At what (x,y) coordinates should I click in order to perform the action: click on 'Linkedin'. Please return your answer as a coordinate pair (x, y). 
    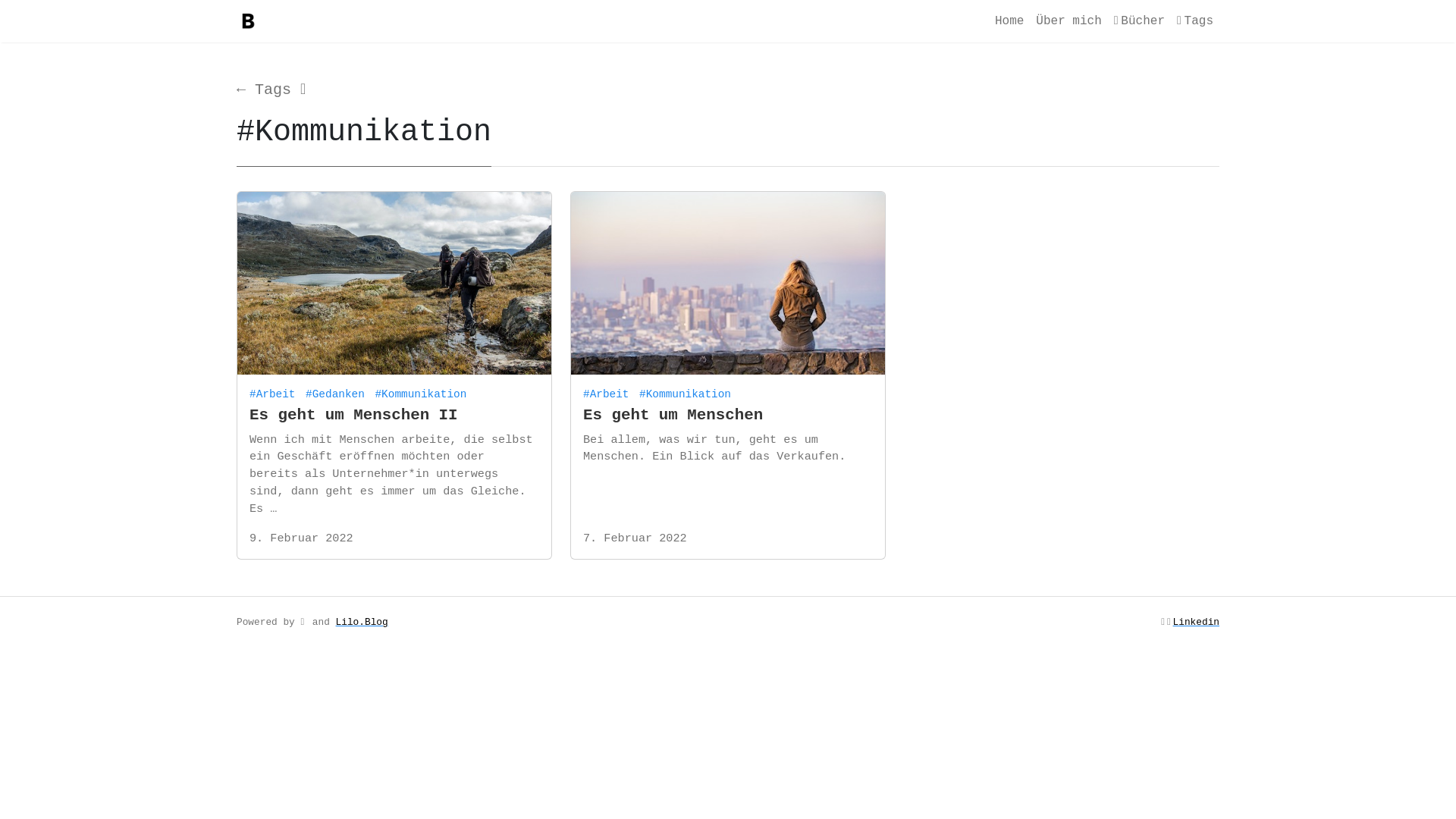
    Looking at the image, I should click on (1195, 622).